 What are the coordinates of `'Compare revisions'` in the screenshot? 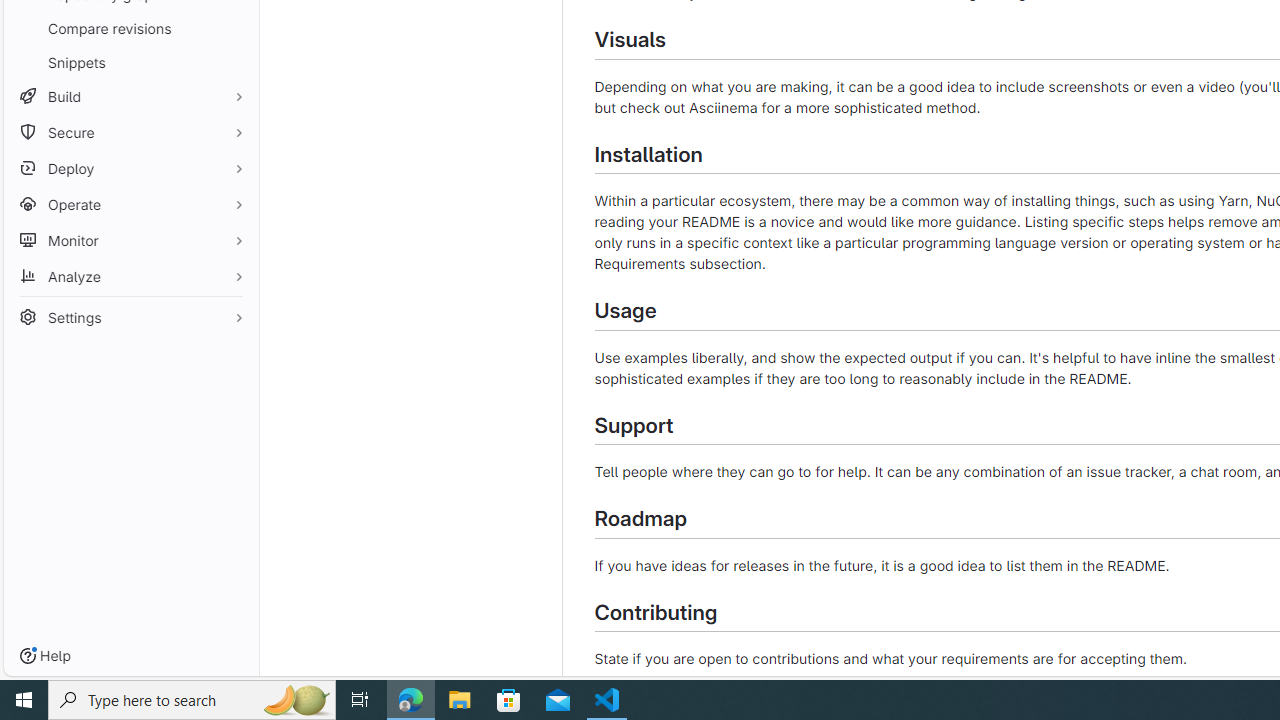 It's located at (130, 28).